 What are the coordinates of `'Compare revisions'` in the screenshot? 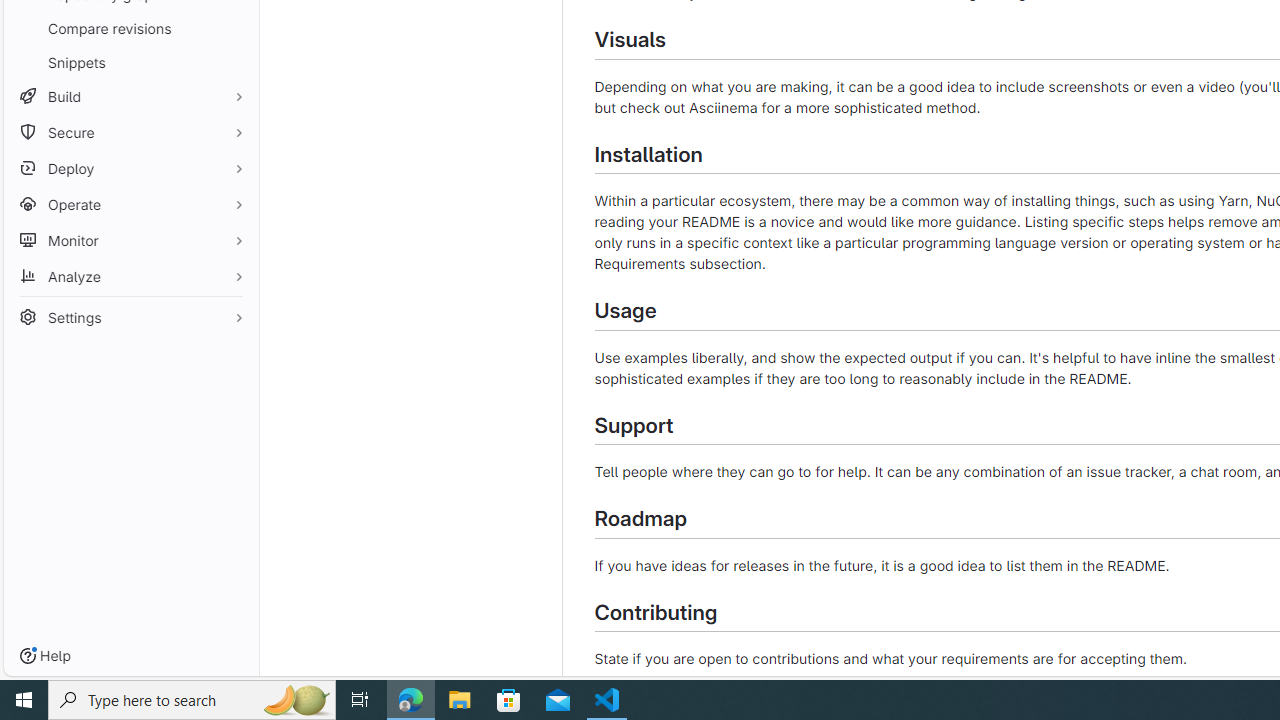 It's located at (130, 28).